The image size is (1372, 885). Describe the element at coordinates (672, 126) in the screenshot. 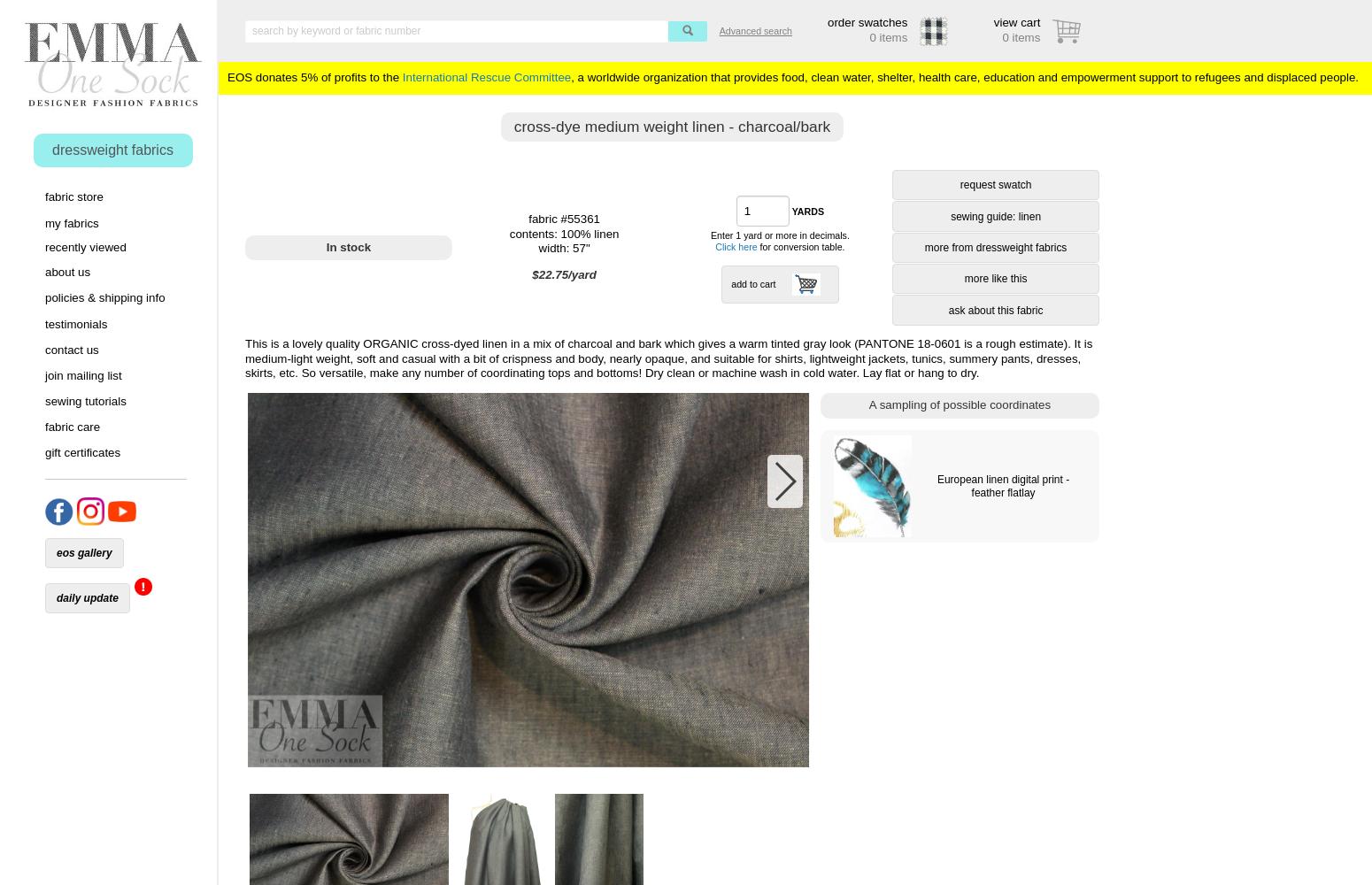

I see `'cross-dye medium weight linen - charcoal/bark'` at that location.